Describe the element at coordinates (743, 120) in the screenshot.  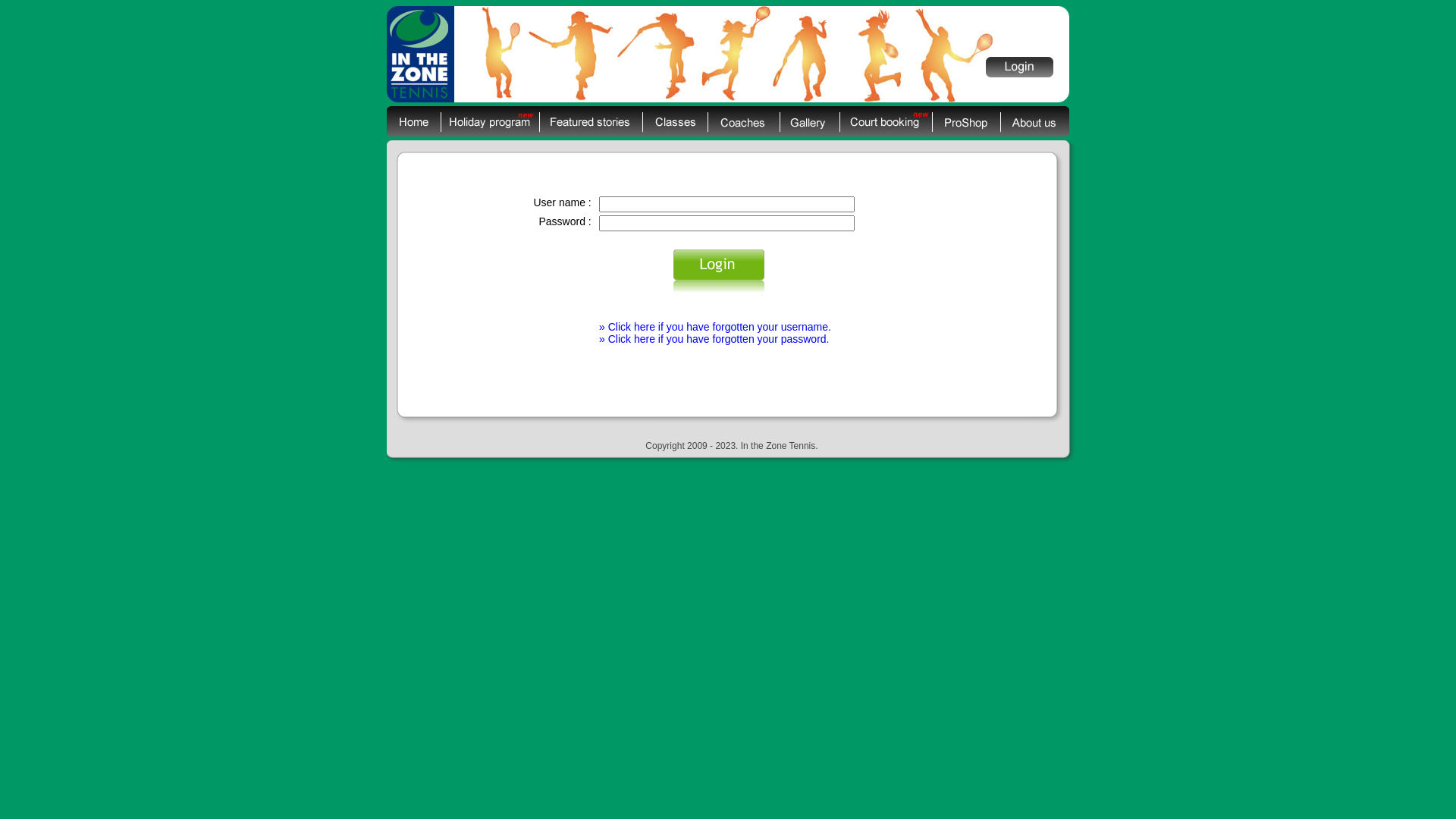
I see `'Coaches'` at that location.